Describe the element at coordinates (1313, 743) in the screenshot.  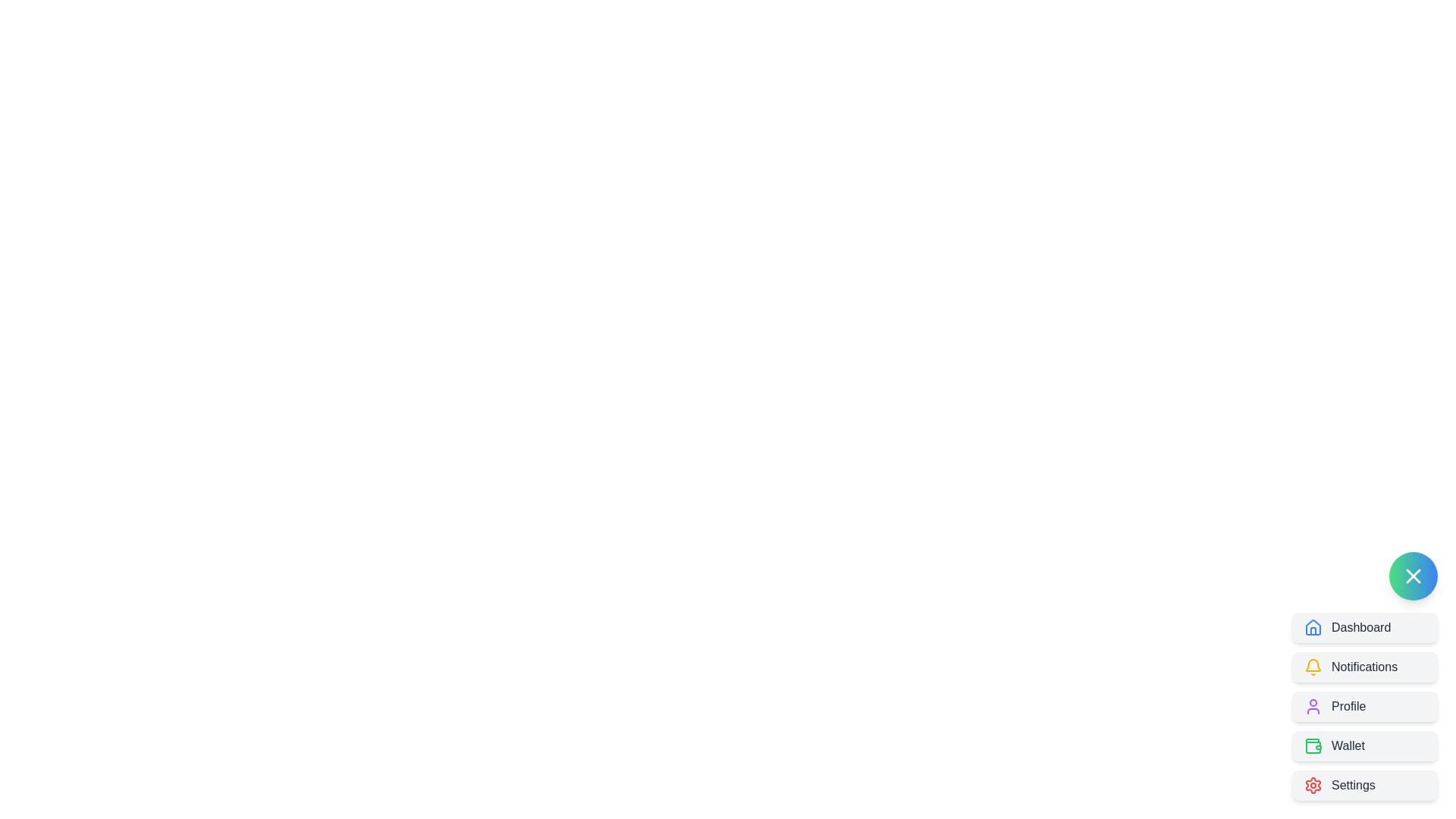
I see `the wallet icon located in the sidebar menu` at that location.